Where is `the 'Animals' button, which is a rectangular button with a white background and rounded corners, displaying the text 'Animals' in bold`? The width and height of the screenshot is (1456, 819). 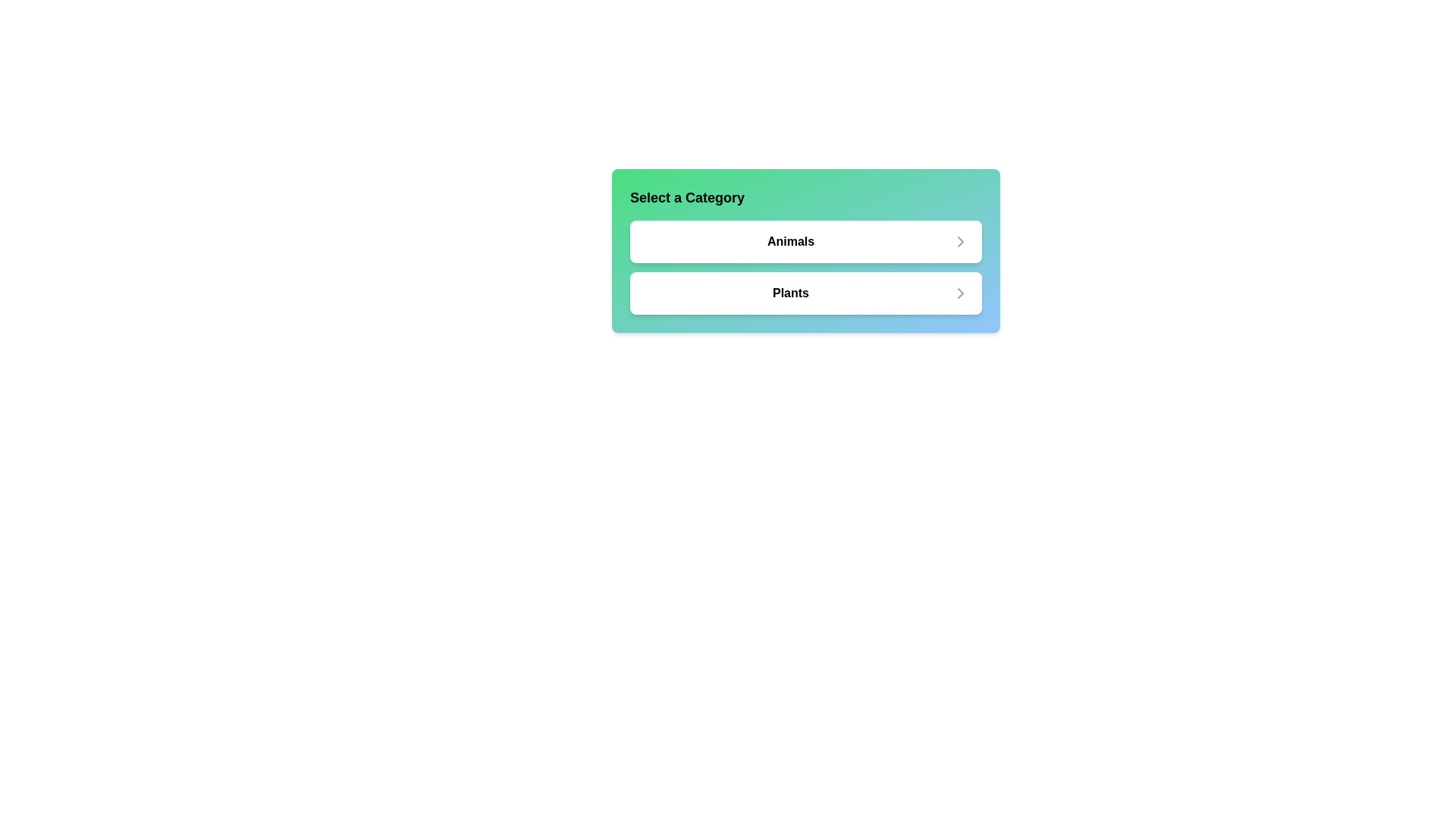
the 'Animals' button, which is a rectangular button with a white background and rounded corners, displaying the text 'Animals' in bold is located at coordinates (805, 250).